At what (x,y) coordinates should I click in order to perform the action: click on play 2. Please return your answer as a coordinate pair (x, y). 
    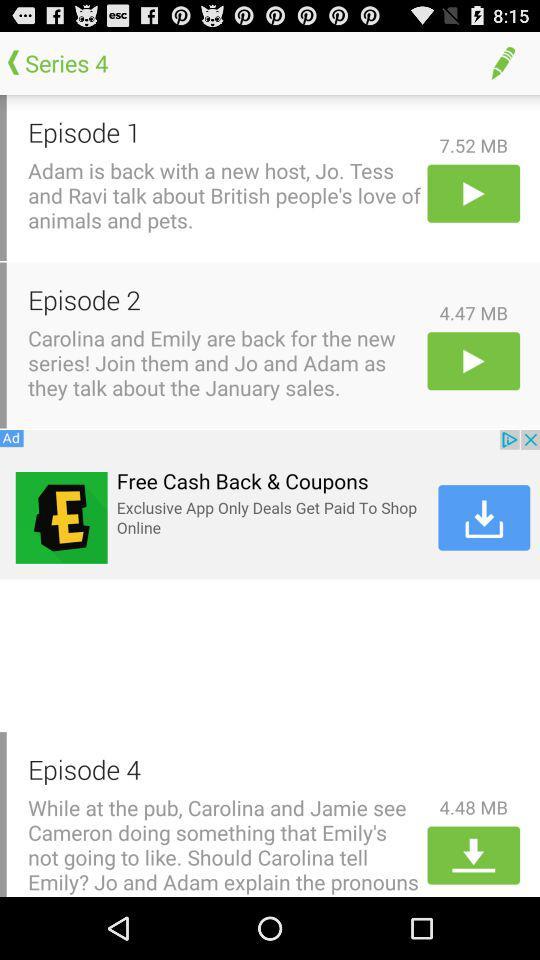
    Looking at the image, I should click on (472, 360).